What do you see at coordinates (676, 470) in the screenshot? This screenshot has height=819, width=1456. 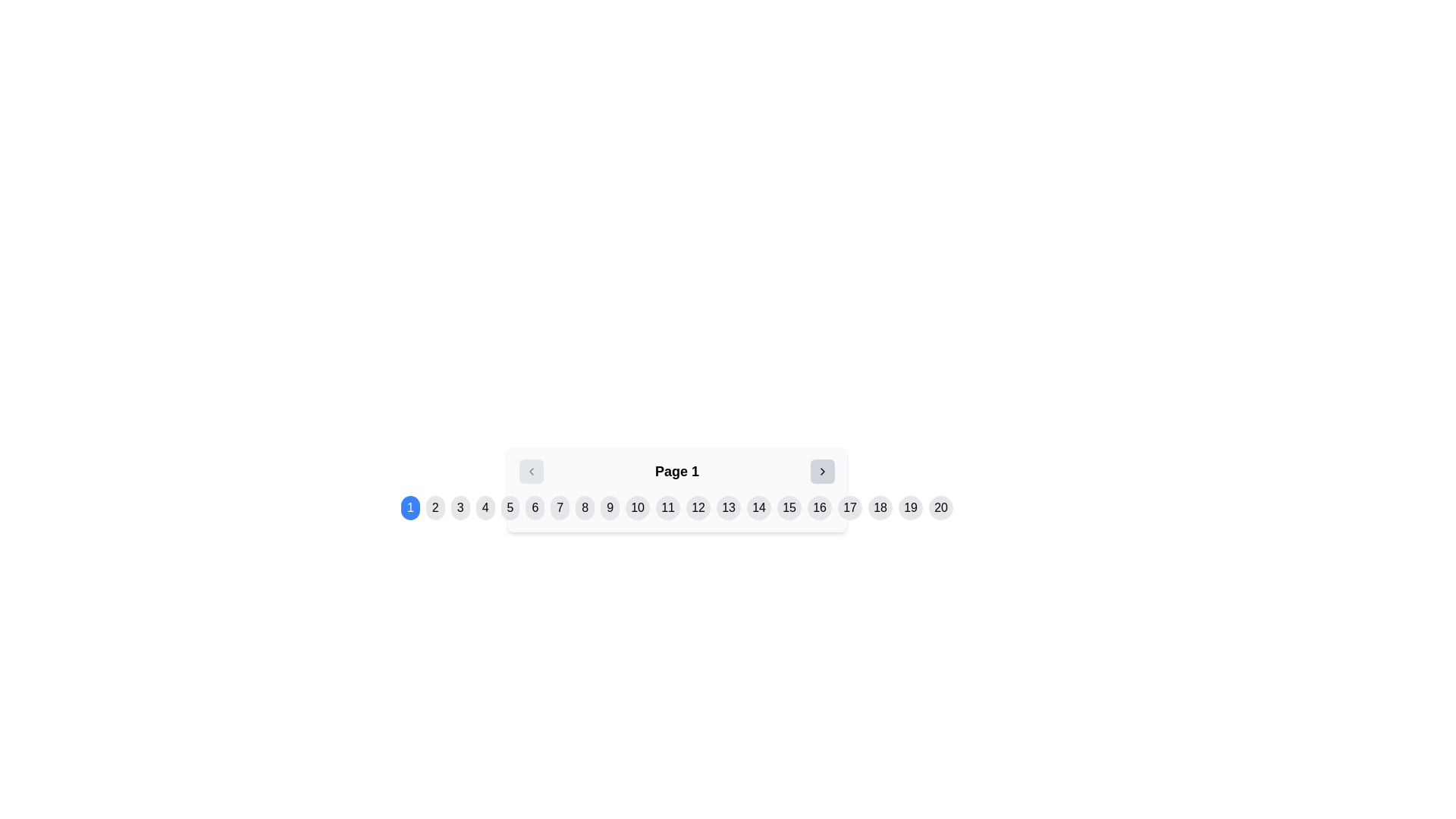 I see `the bold text label displaying 'Page 1' located in the center of the navigation bar` at bounding box center [676, 470].